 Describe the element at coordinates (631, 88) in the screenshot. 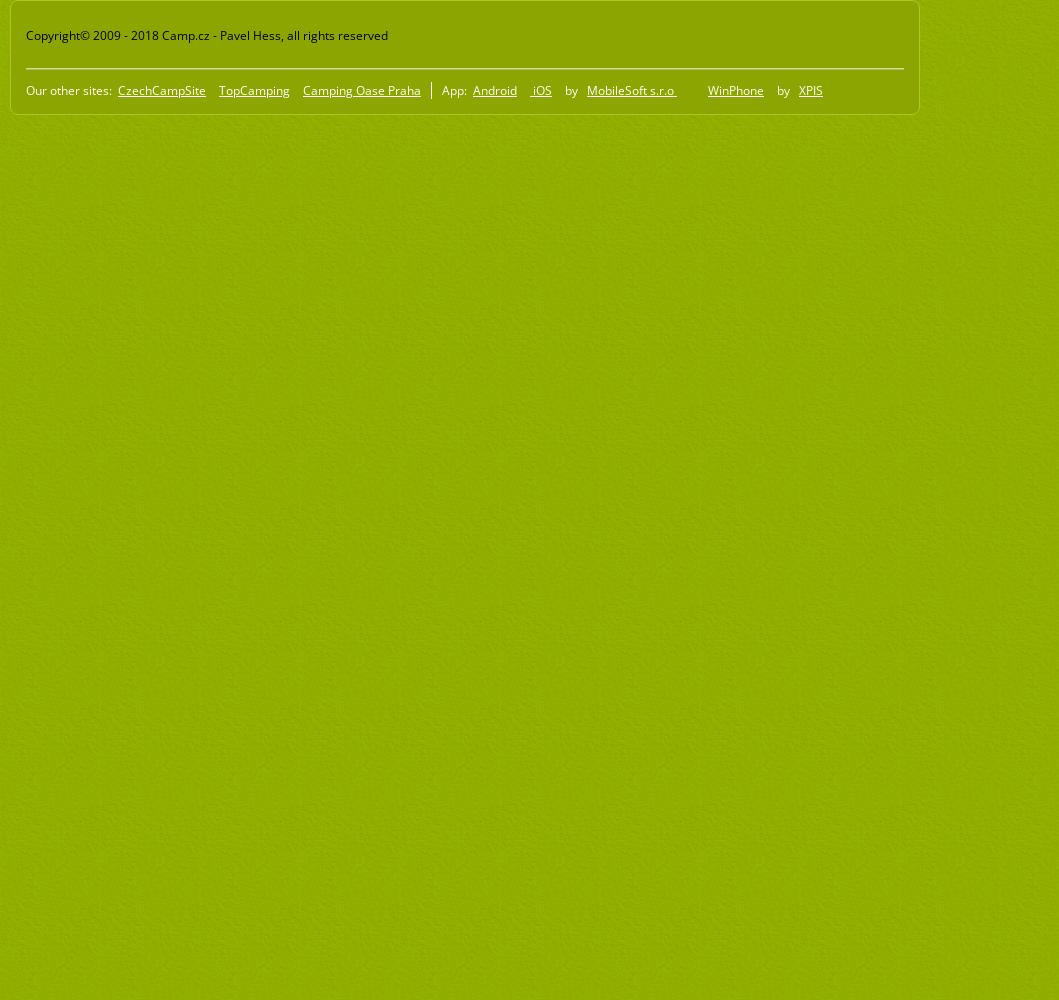

I see `'MobileSoft s.r.o'` at that location.